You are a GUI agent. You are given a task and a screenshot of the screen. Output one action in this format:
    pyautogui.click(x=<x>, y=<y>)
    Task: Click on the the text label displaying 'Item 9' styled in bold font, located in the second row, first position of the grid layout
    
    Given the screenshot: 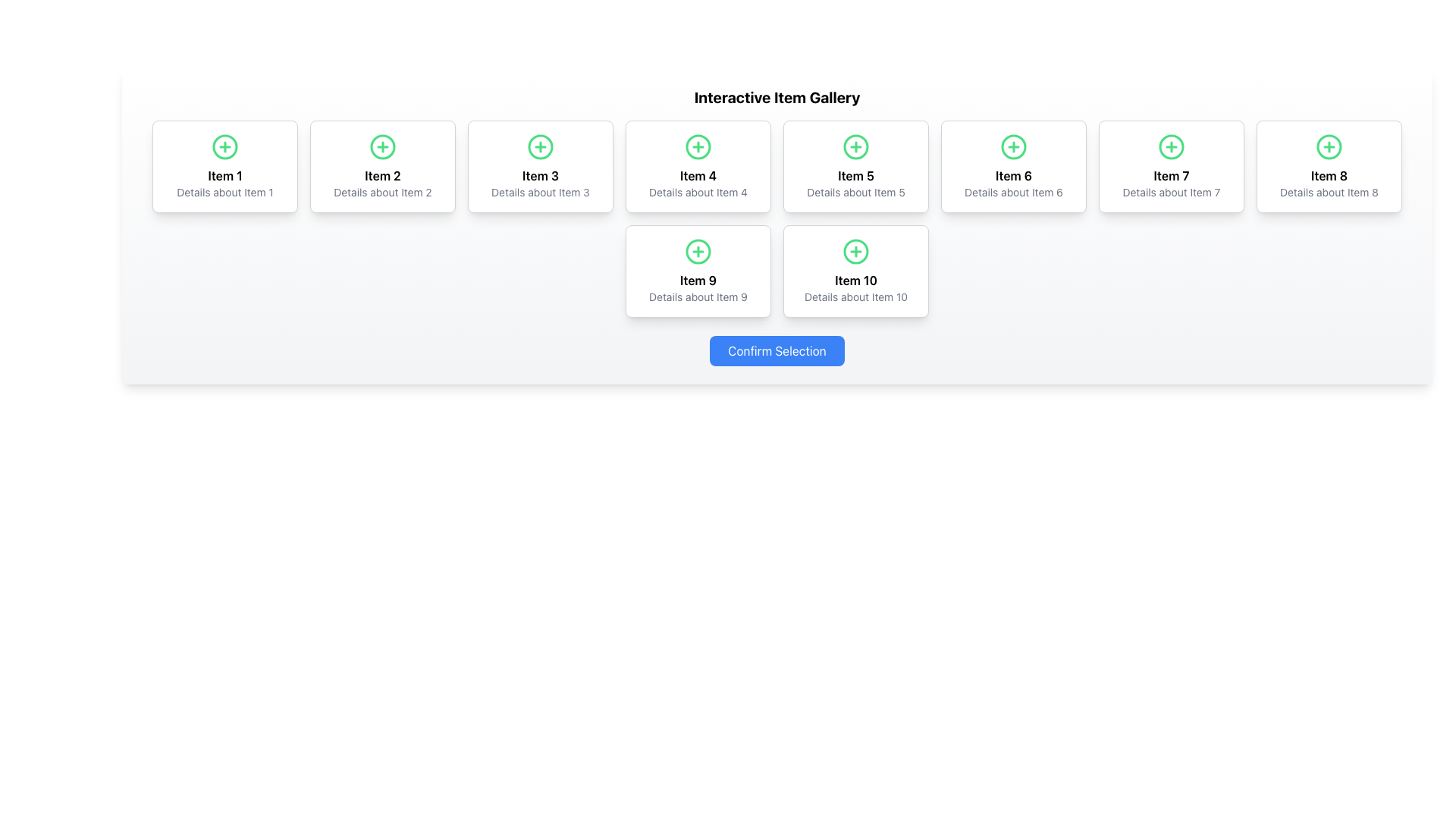 What is the action you would take?
    pyautogui.click(x=698, y=281)
    